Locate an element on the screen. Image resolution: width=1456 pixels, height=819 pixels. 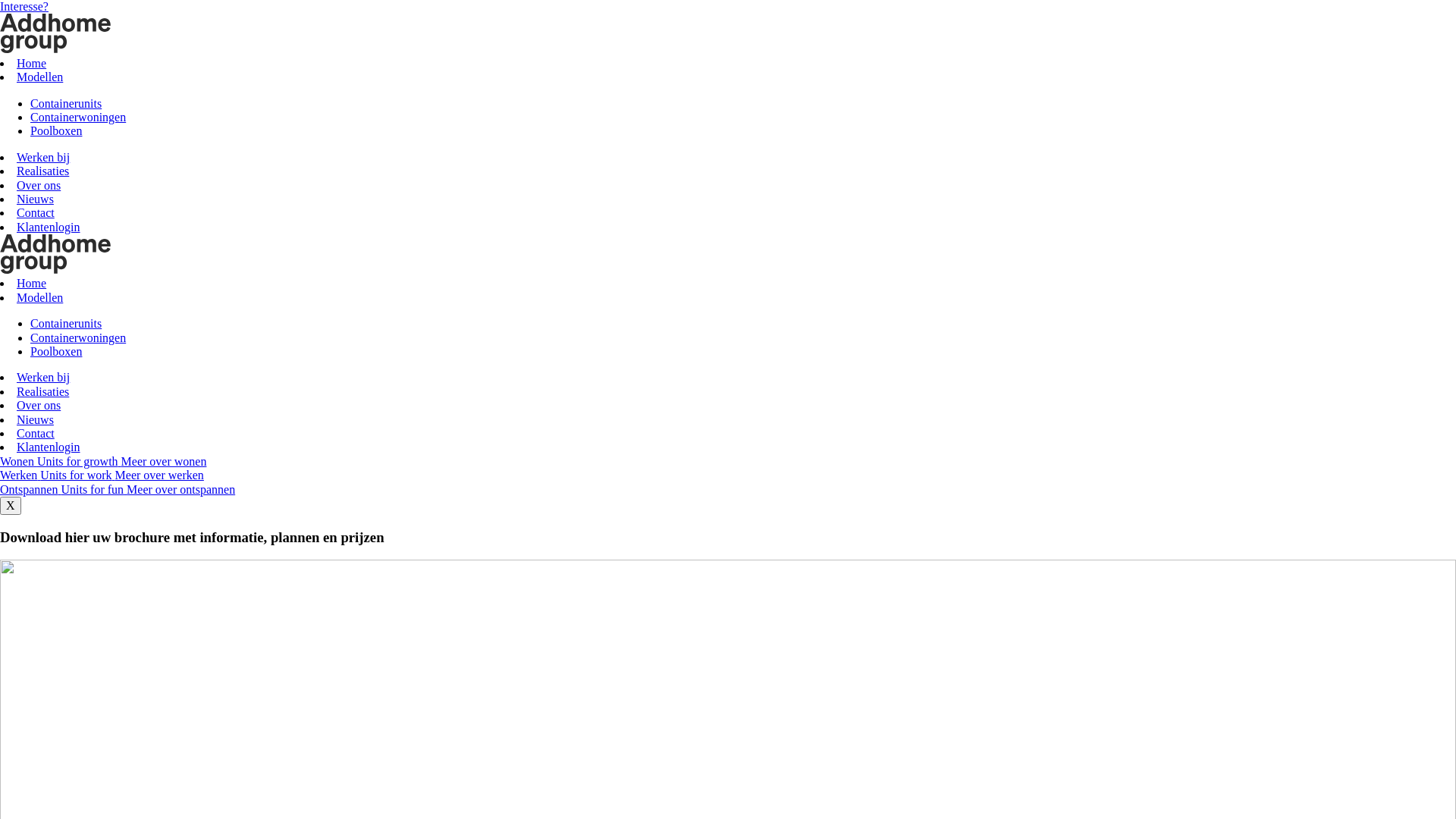
'Werken bij' is located at coordinates (43, 376).